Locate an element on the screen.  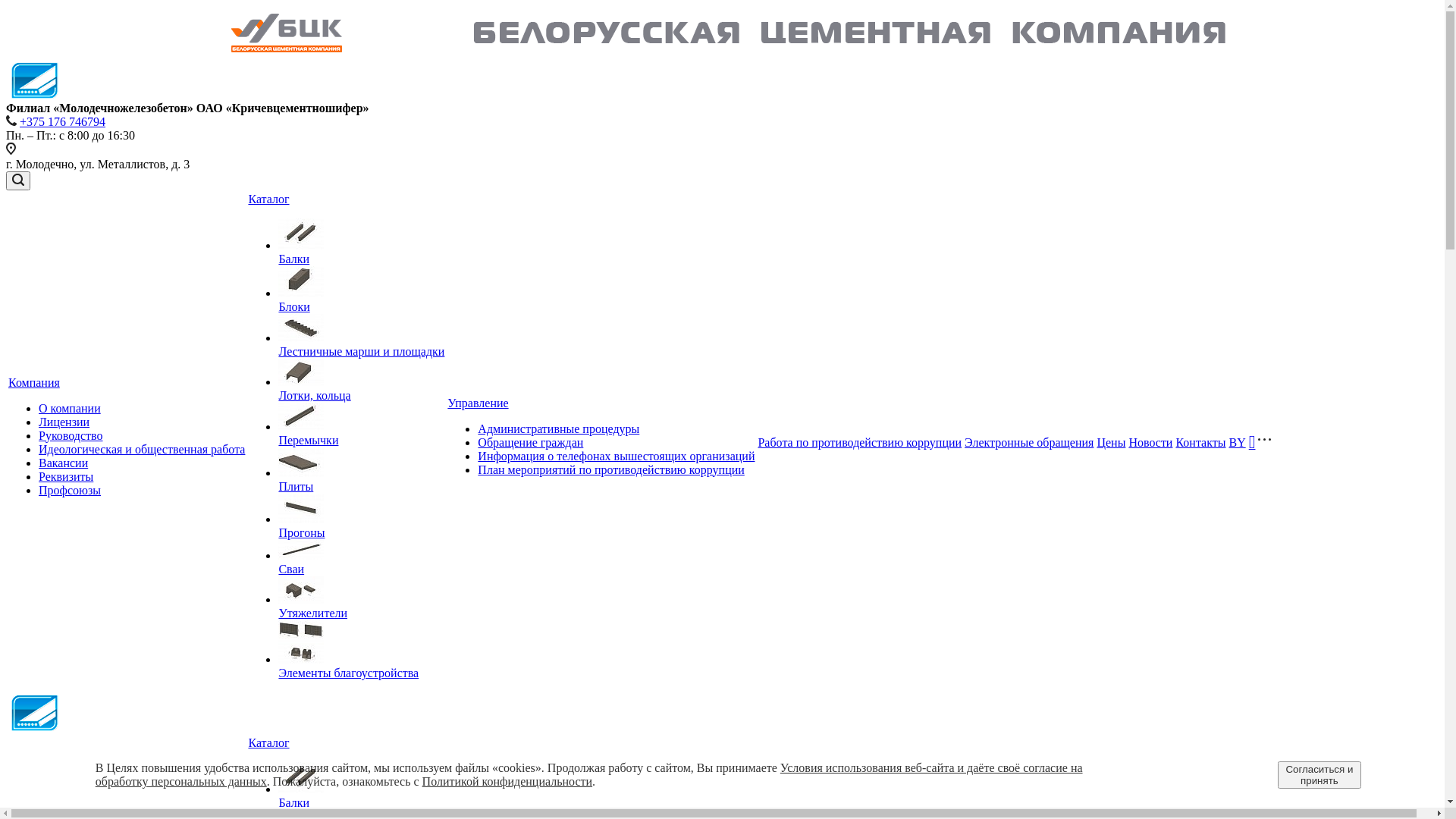
'BY' is located at coordinates (1237, 441).